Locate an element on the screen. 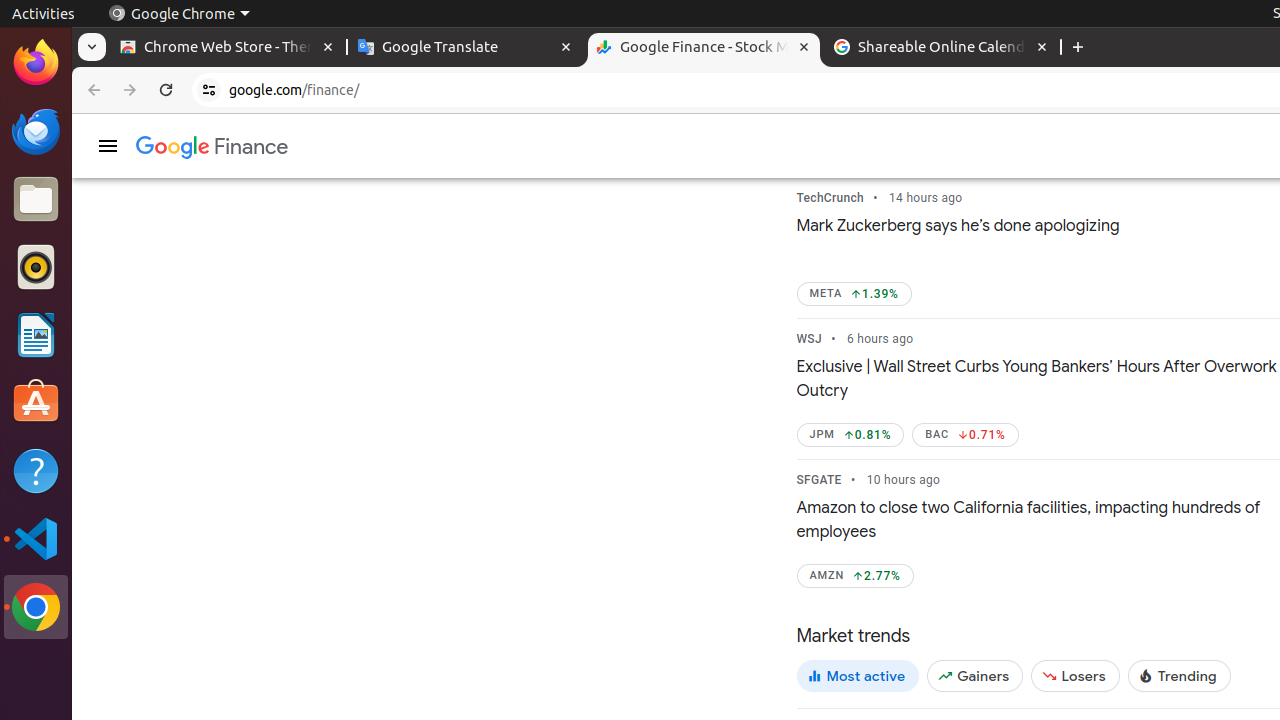 This screenshot has width=1280, height=720. 'Gainers' is located at coordinates (975, 675).